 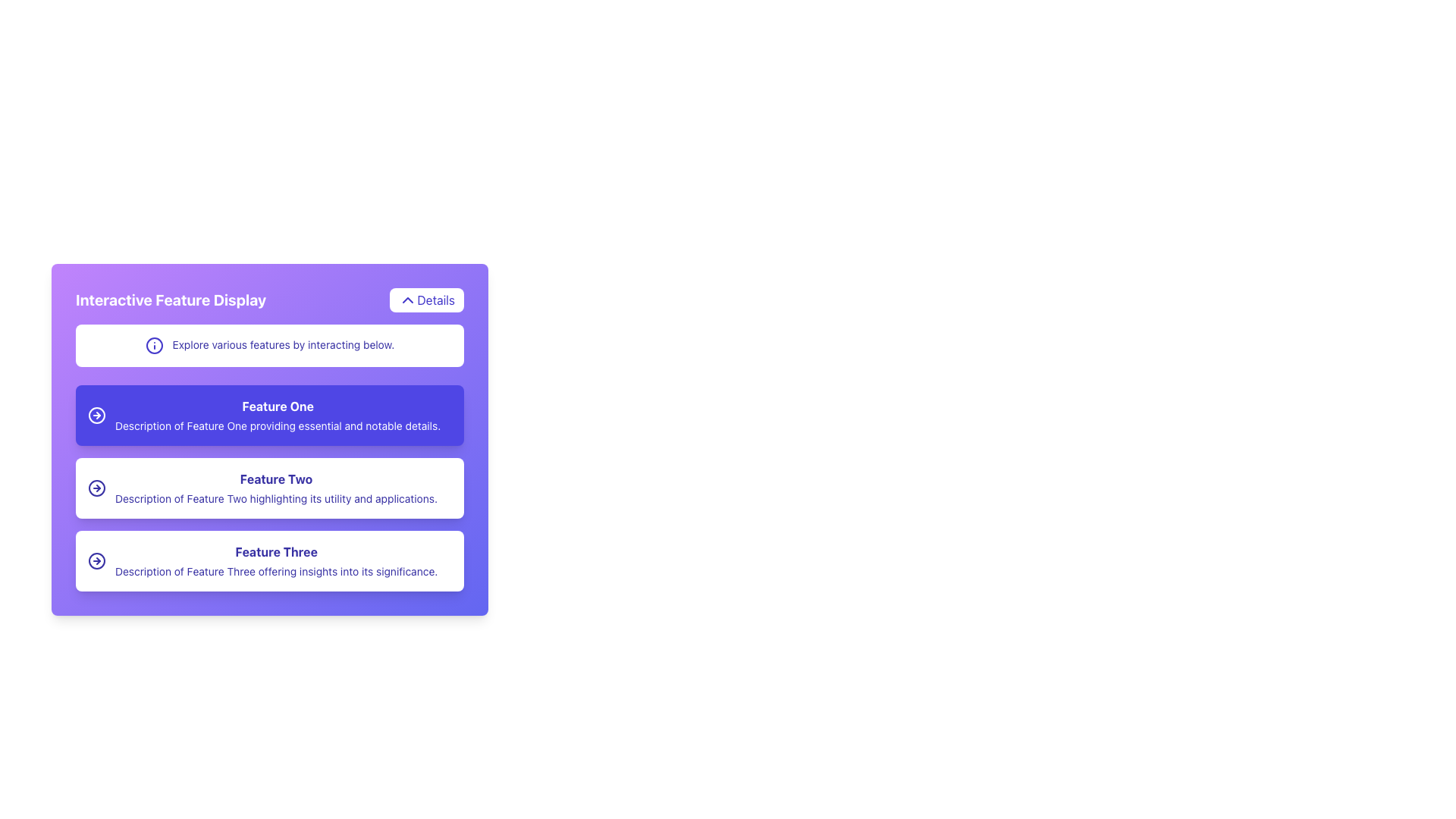 What do you see at coordinates (276, 499) in the screenshot?
I see `text that elaborates on the utility and applications of 'Feature Two', located below the bolded title 'Feature Two' in the central column of the interface` at bounding box center [276, 499].